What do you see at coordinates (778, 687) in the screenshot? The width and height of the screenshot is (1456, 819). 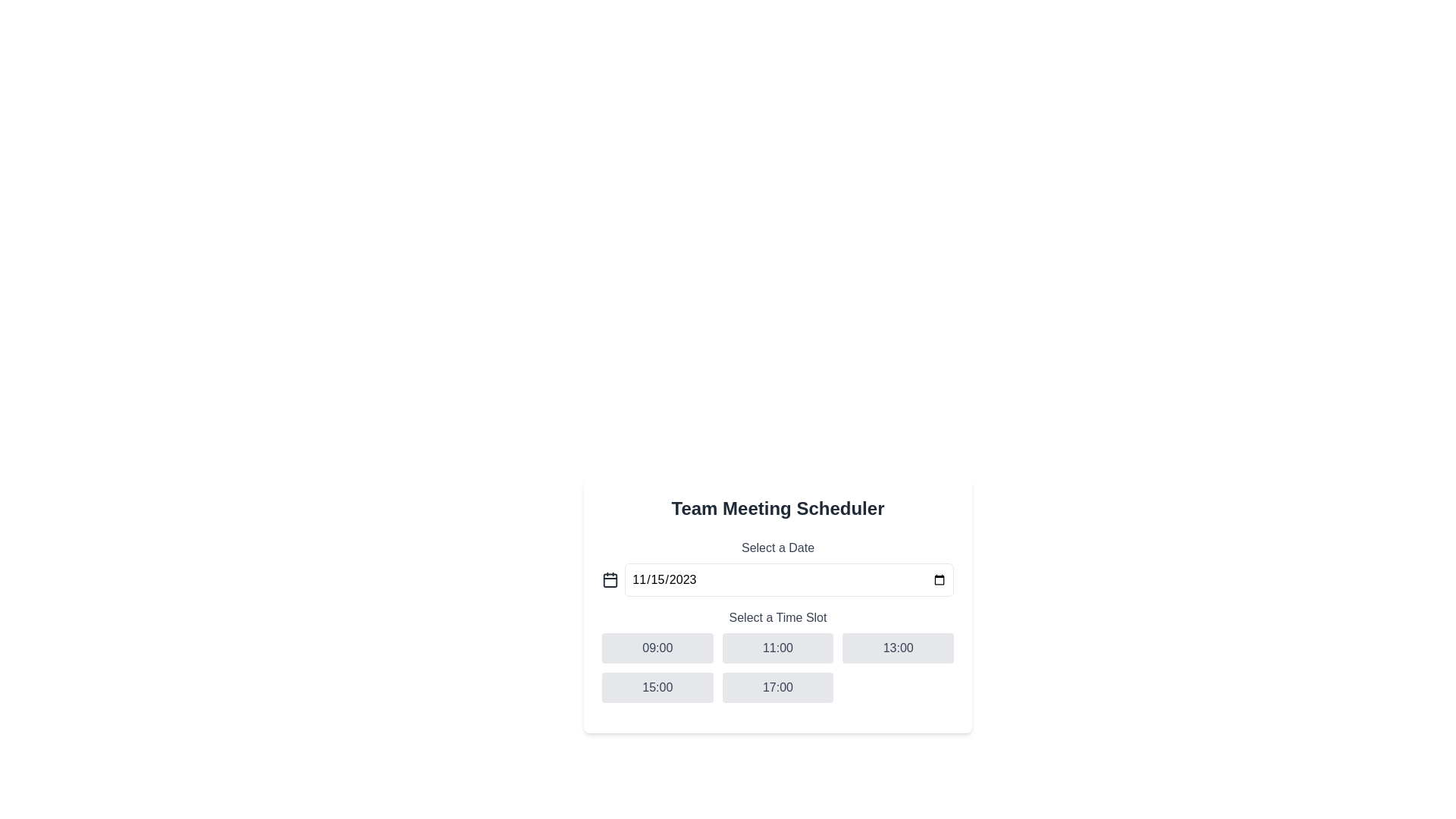 I see `the button displaying '17:00' in the time selection interface` at bounding box center [778, 687].